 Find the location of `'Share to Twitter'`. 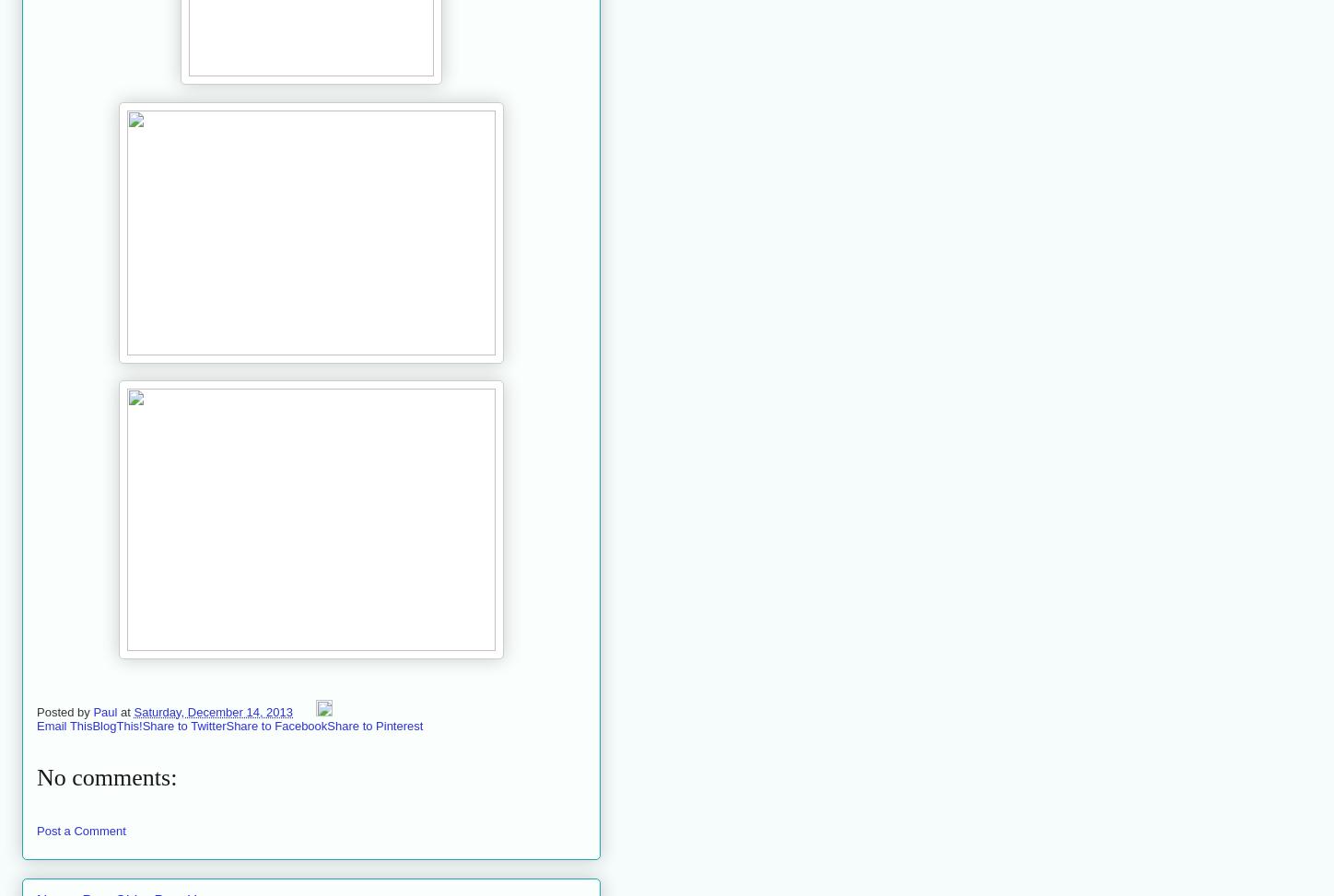

'Share to Twitter' is located at coordinates (183, 724).